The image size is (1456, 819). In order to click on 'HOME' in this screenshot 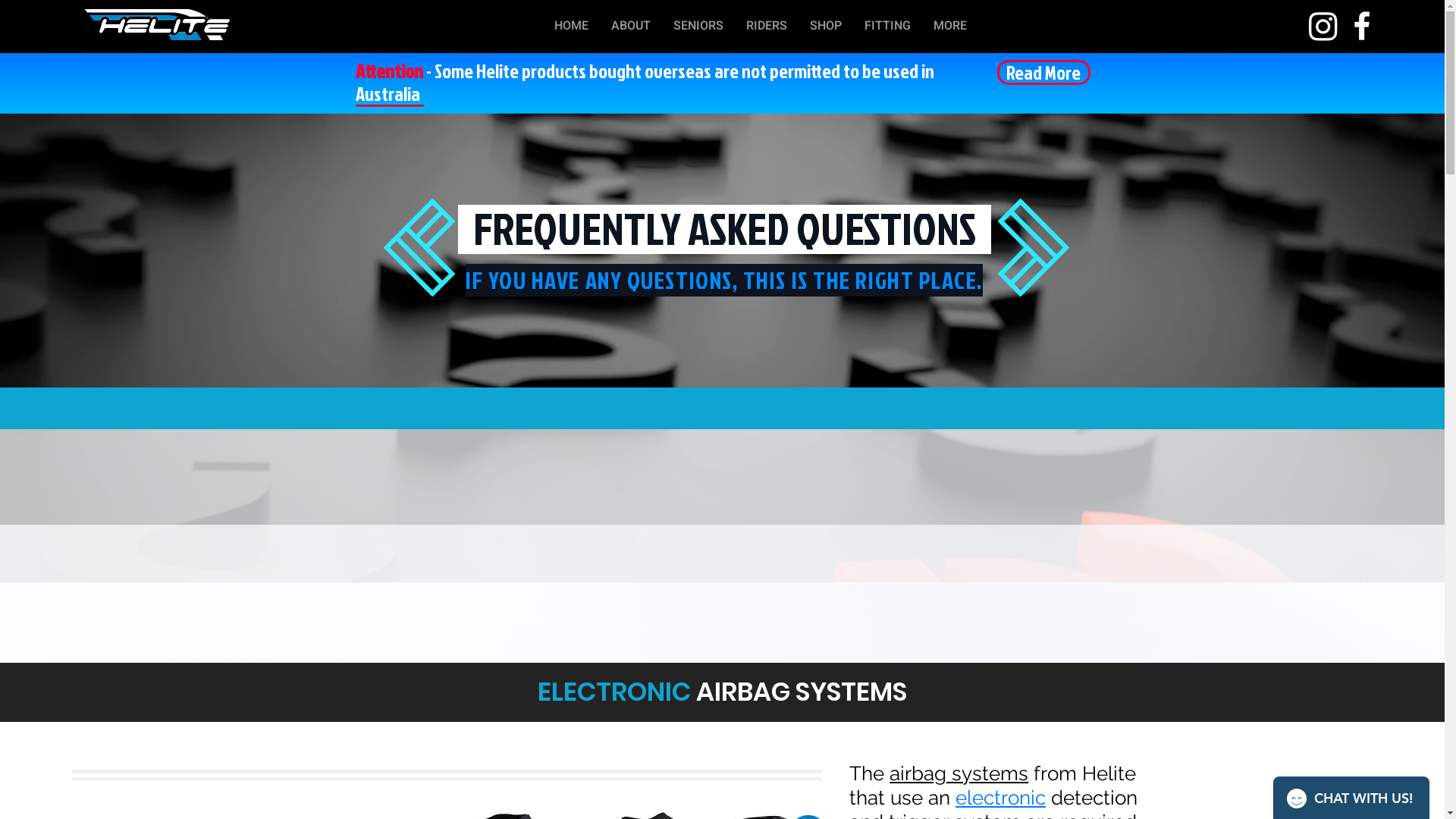, I will do `click(570, 26)`.